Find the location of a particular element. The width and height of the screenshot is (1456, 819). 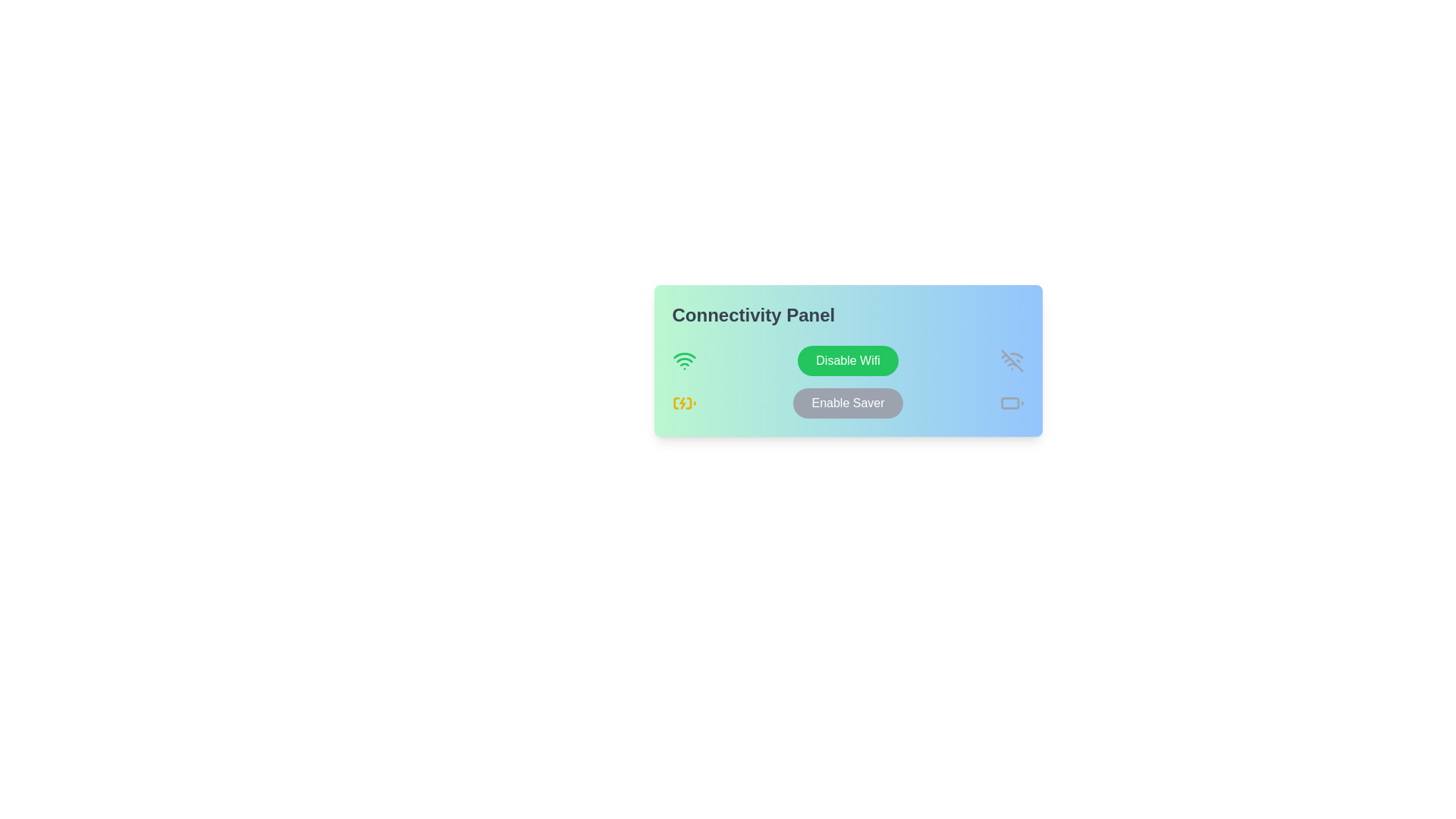

the Wi-Fi disabled icon located in the Connectivity Panel, which is positioned directly to the left of the smaller gray battery icon is located at coordinates (1012, 360).